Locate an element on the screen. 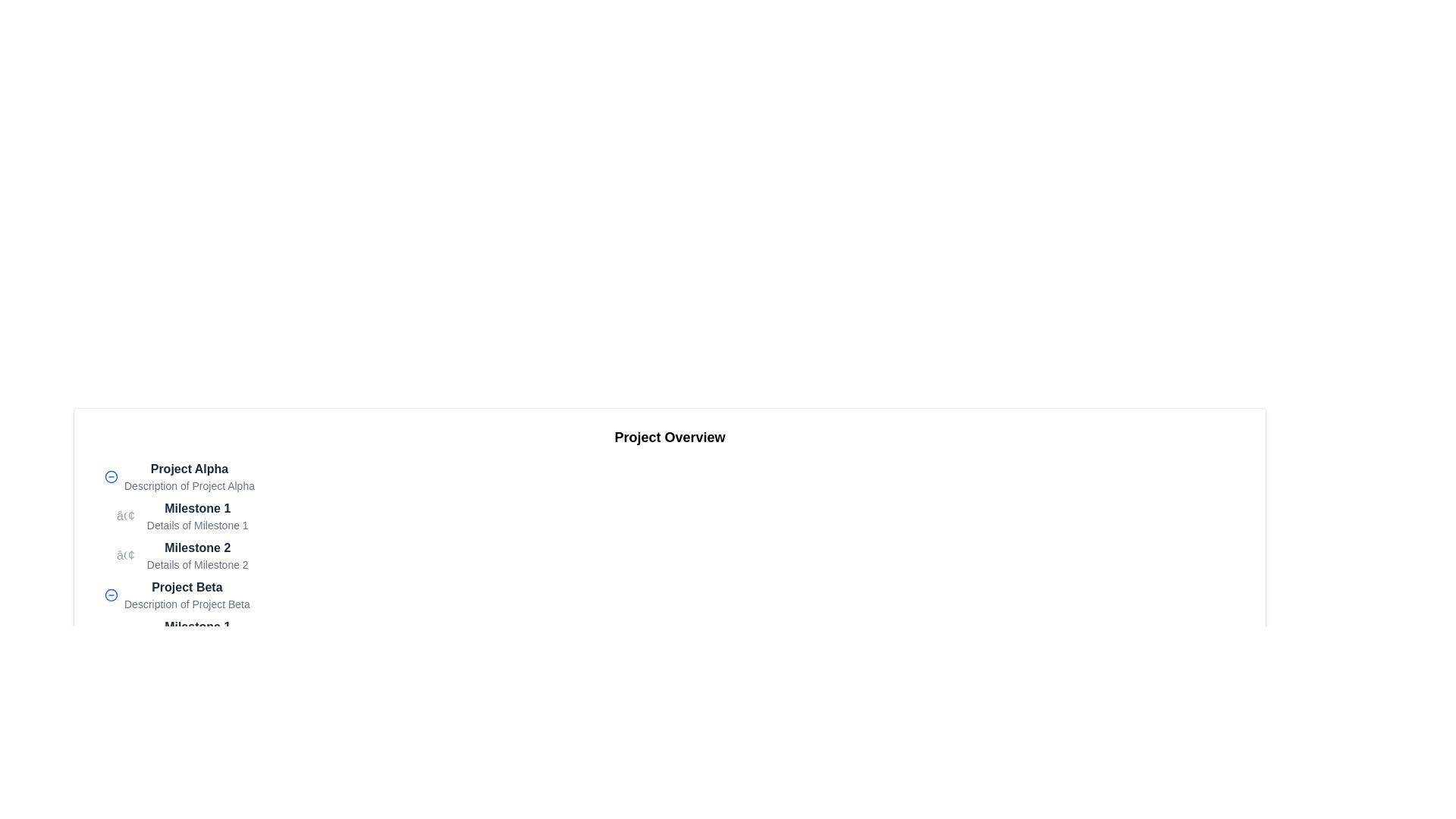 The image size is (1456, 819). the static text element that serves as a header for 'Milestone 1' located under the 'Project Alpha' section is located at coordinates (196, 509).